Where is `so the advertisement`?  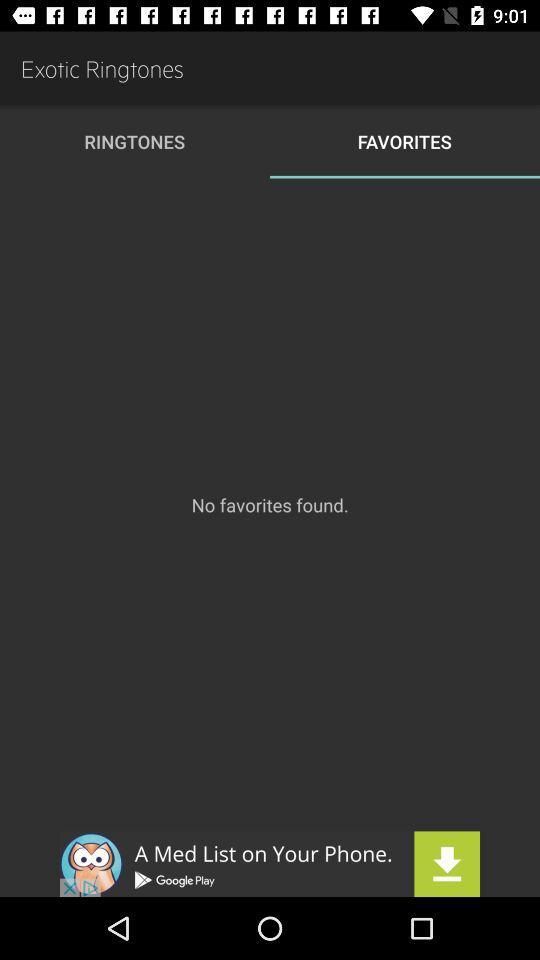 so the advertisement is located at coordinates (270, 863).